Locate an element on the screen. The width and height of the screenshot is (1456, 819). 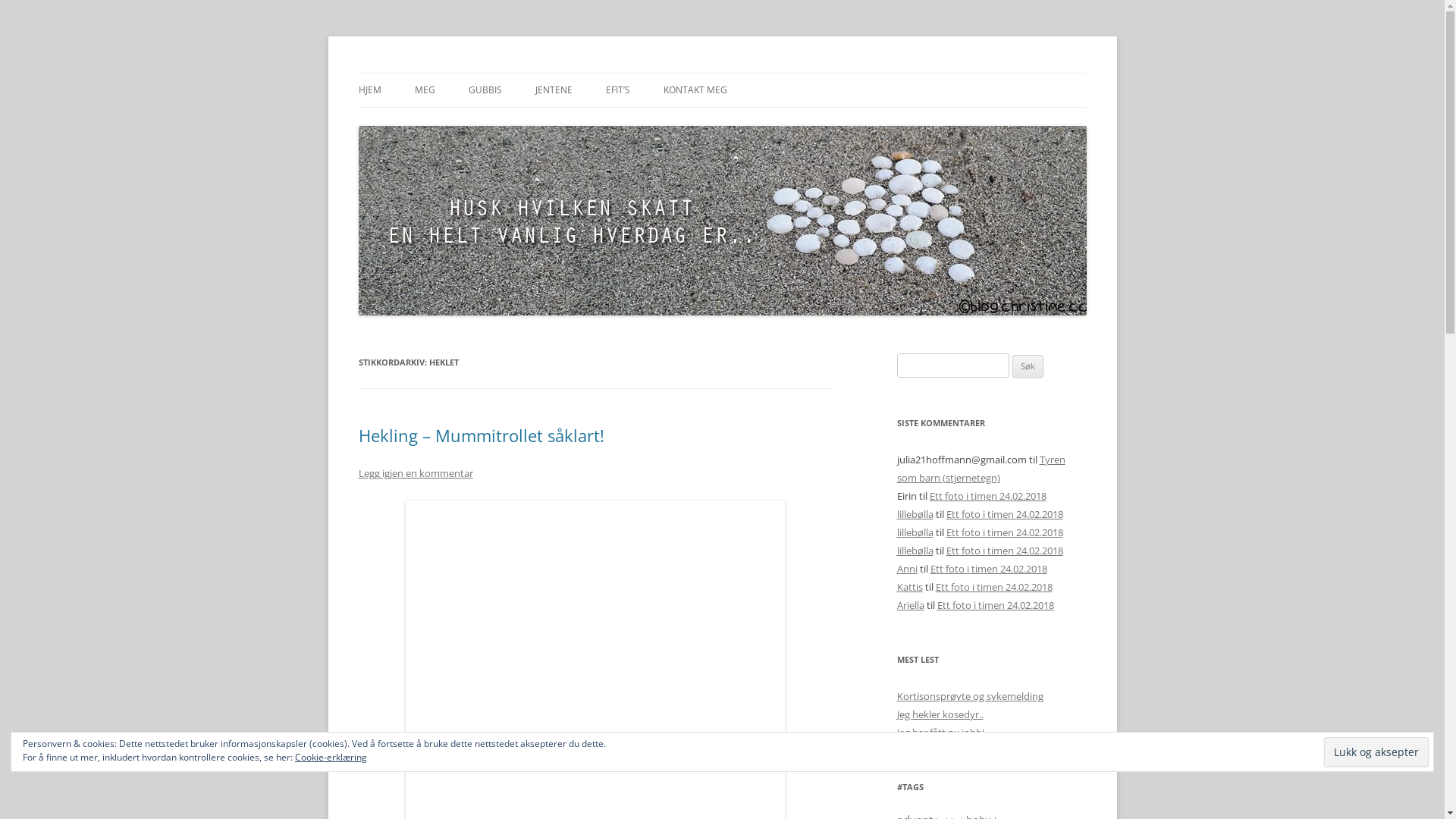
'HJEM' is located at coordinates (369, 90).